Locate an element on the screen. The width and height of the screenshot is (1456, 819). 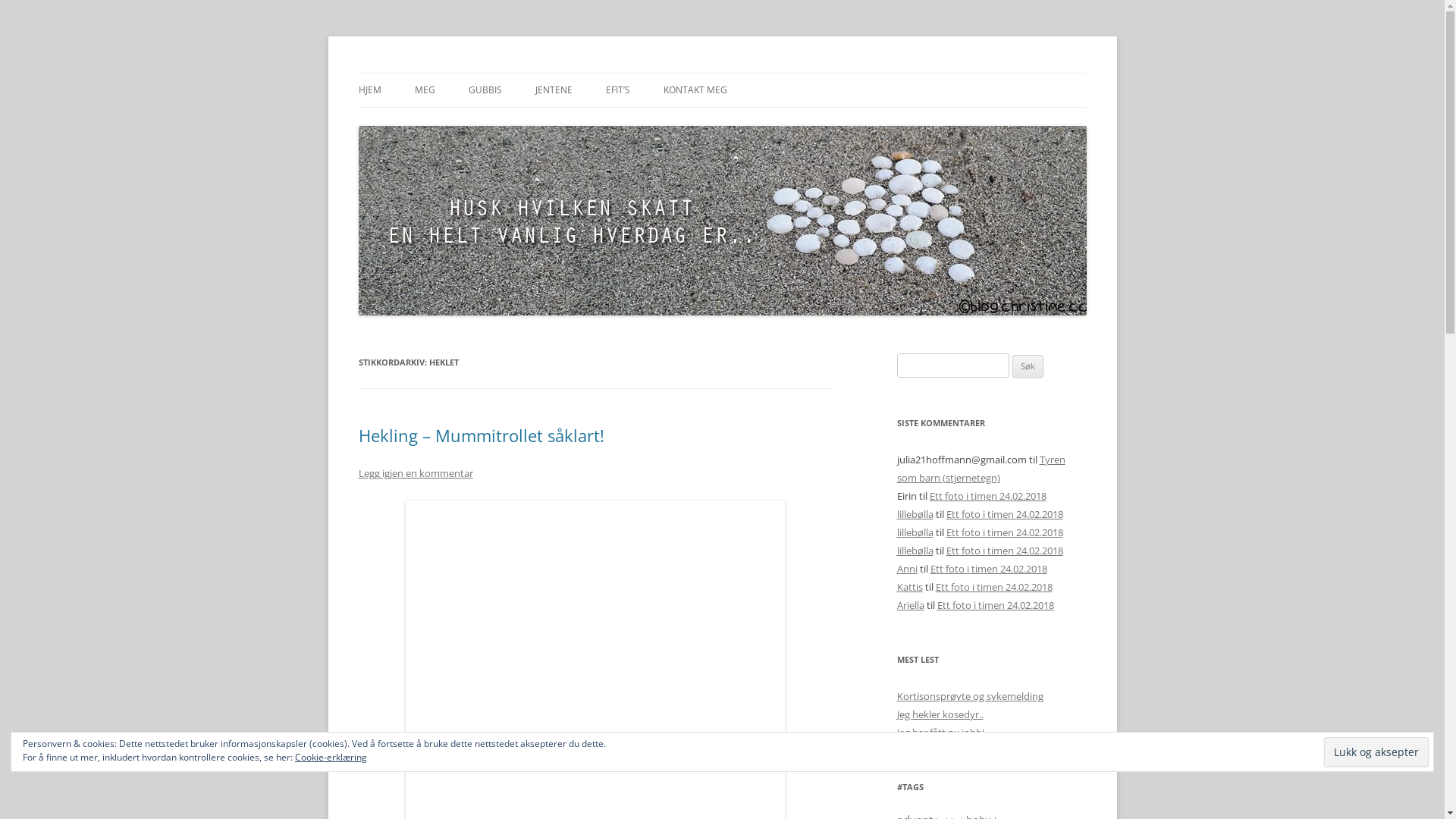
'HJEM' is located at coordinates (369, 90).